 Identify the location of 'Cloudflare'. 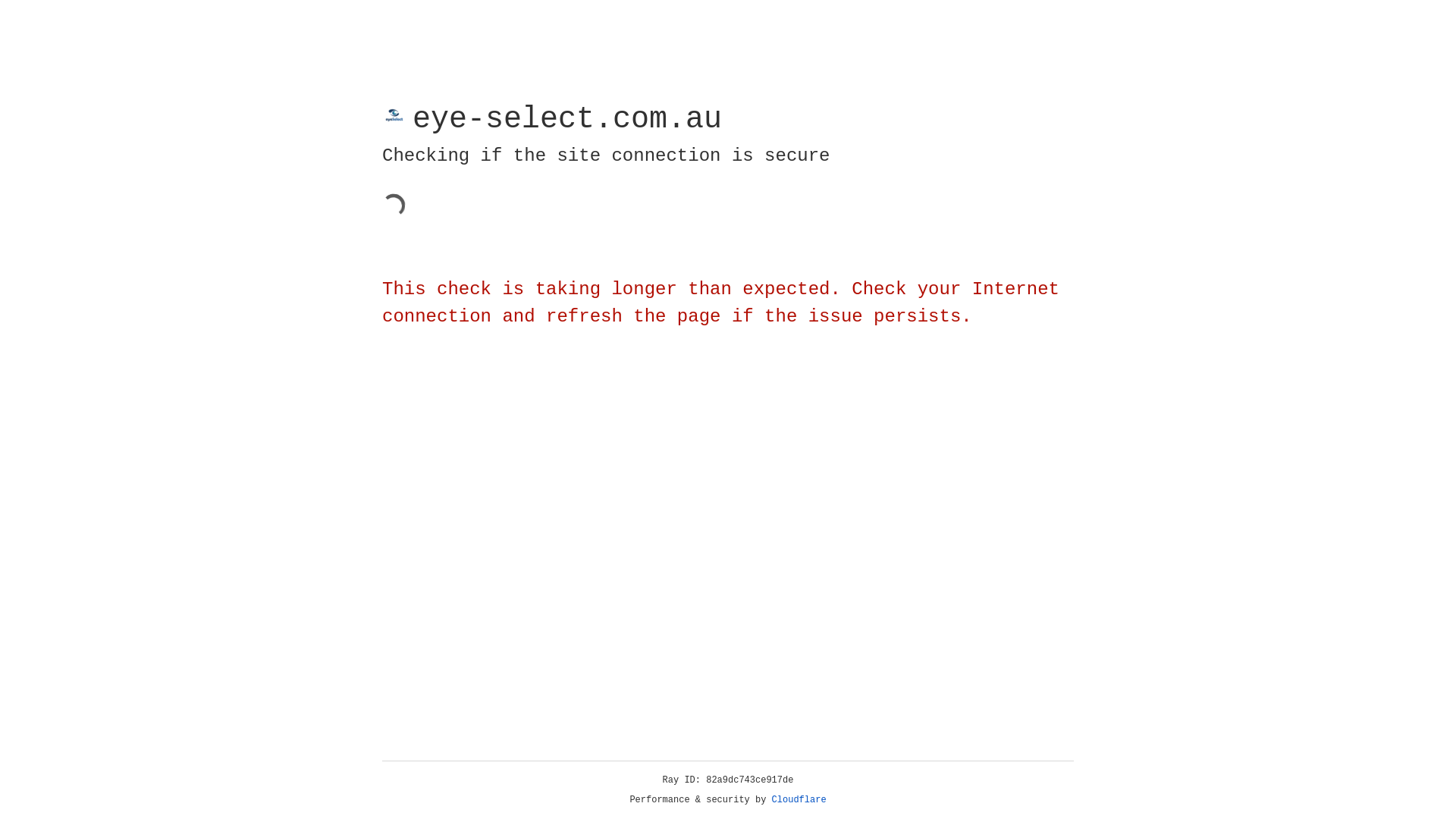
(771, 799).